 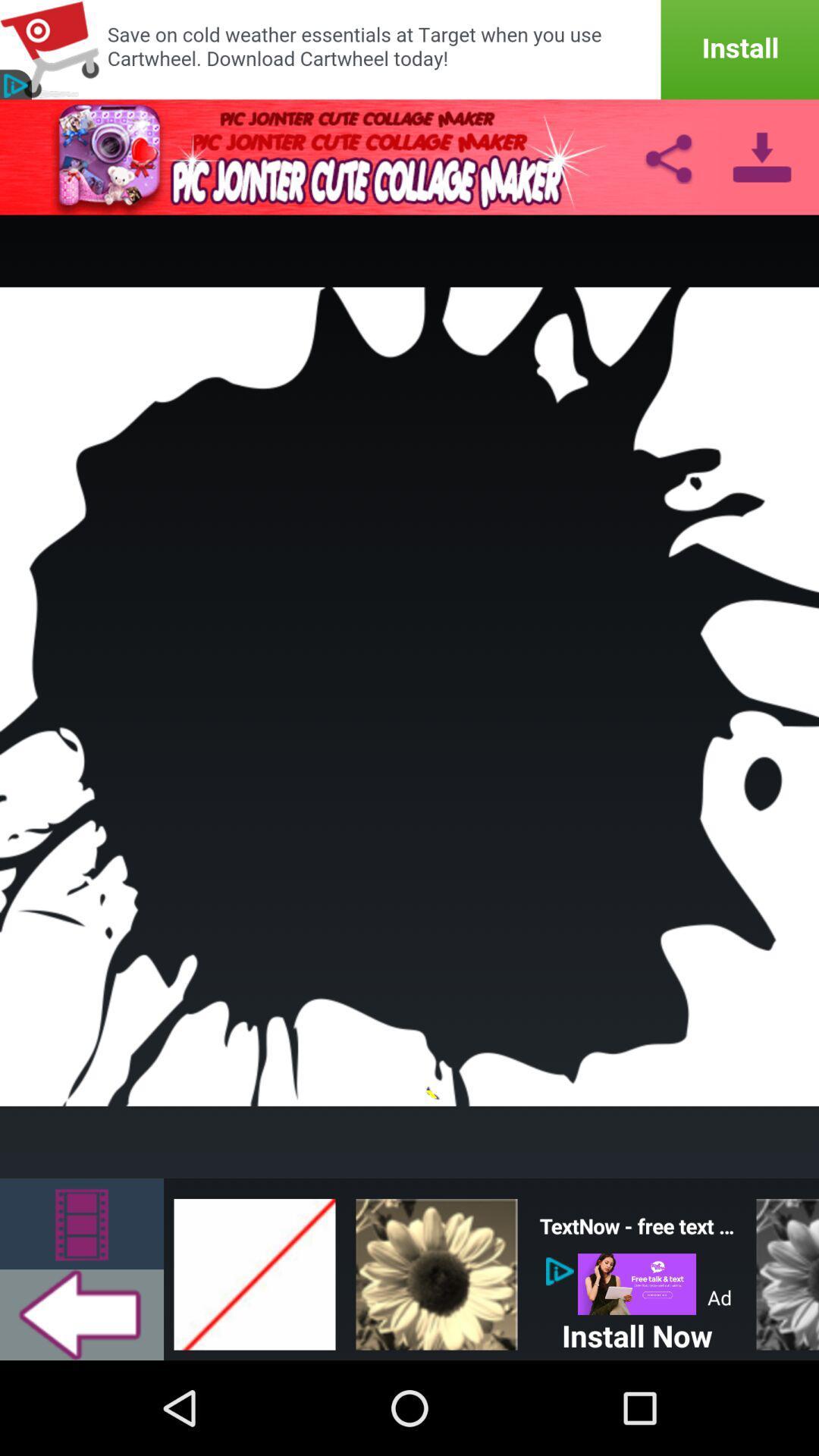 I want to click on the install now item, so click(x=637, y=1332).